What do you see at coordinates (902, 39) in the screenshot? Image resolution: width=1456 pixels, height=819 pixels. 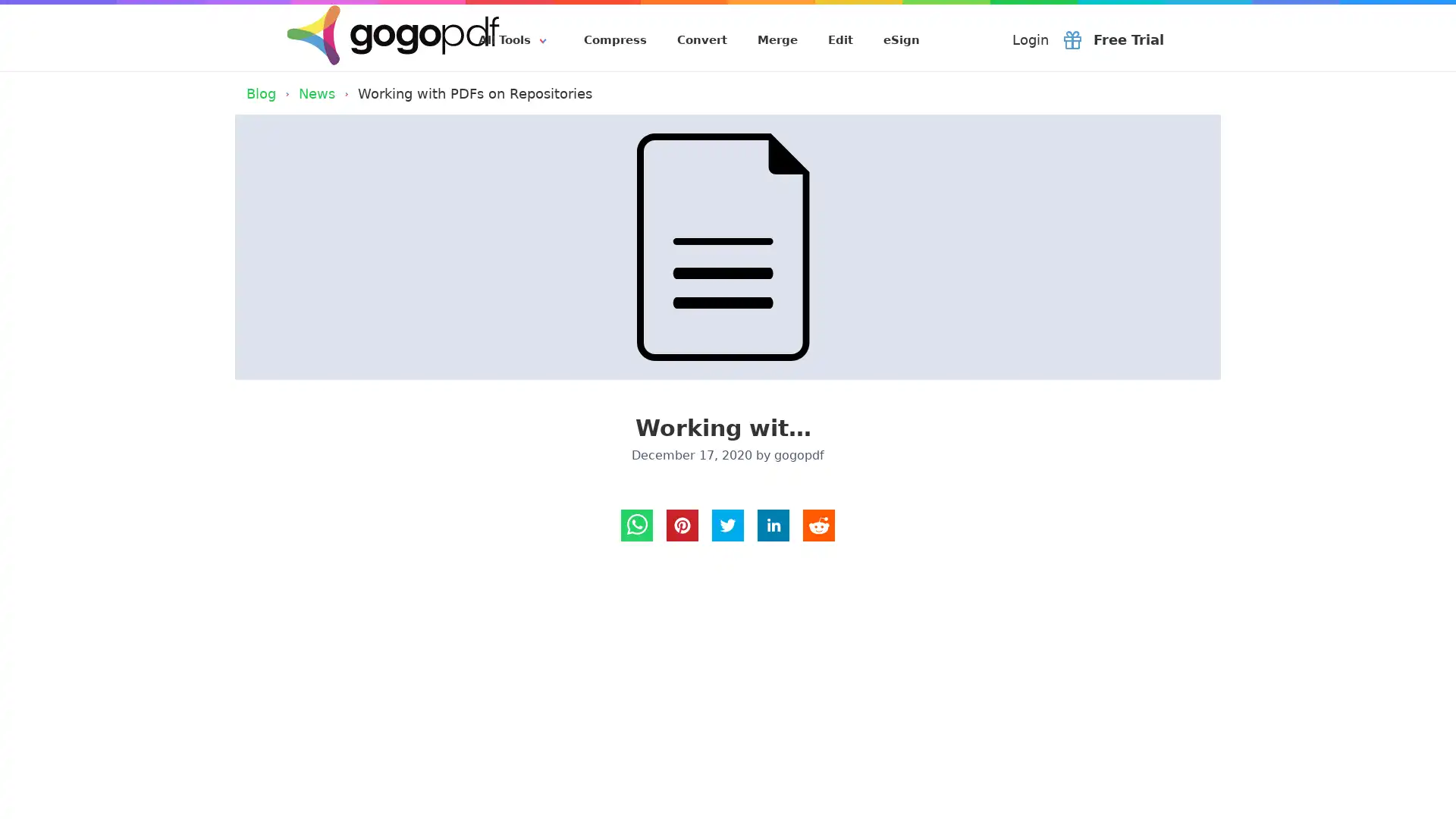 I see `eSign` at bounding box center [902, 39].